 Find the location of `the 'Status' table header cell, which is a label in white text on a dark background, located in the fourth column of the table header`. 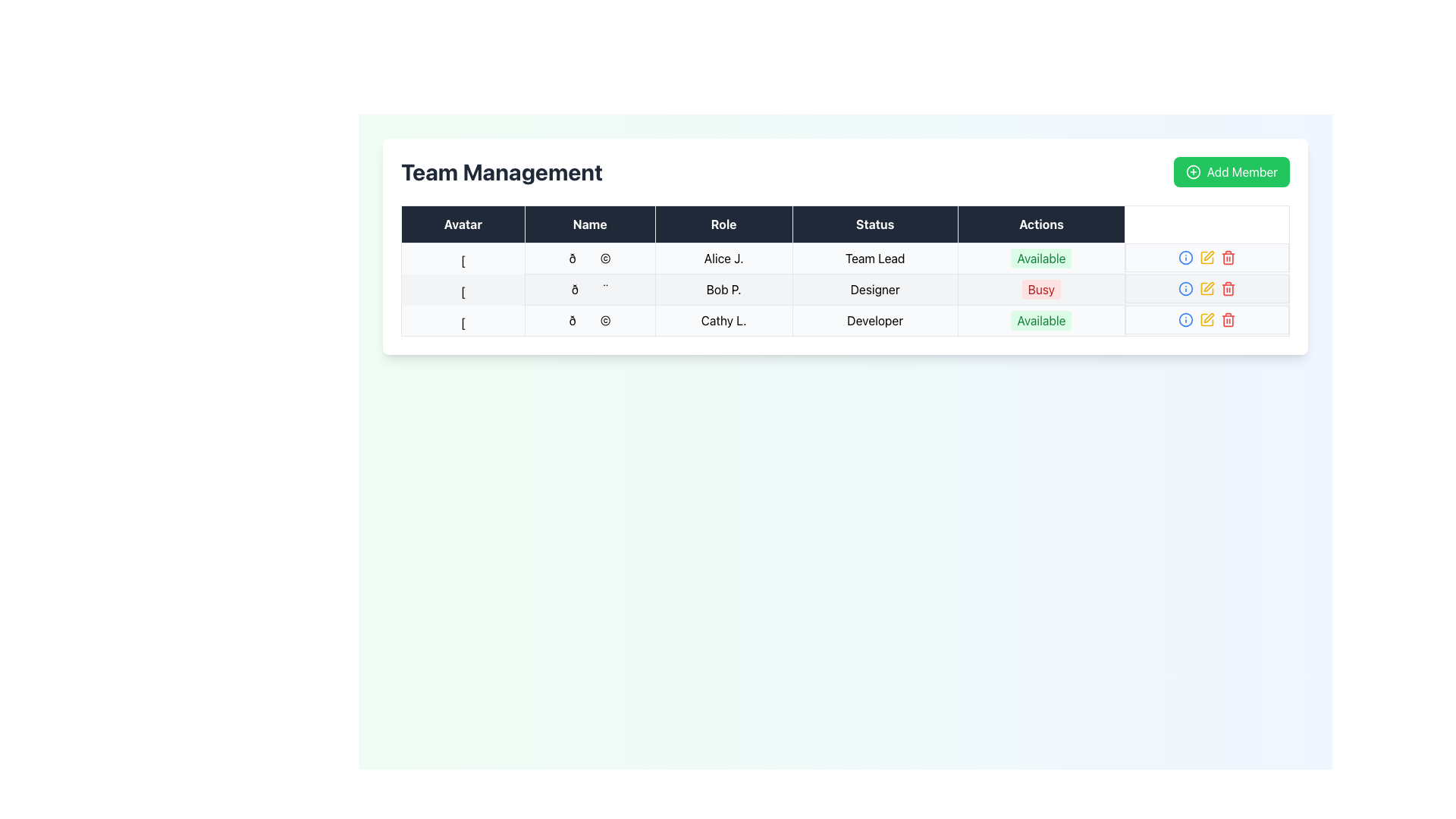

the 'Status' table header cell, which is a label in white text on a dark background, located in the fourth column of the table header is located at coordinates (875, 224).